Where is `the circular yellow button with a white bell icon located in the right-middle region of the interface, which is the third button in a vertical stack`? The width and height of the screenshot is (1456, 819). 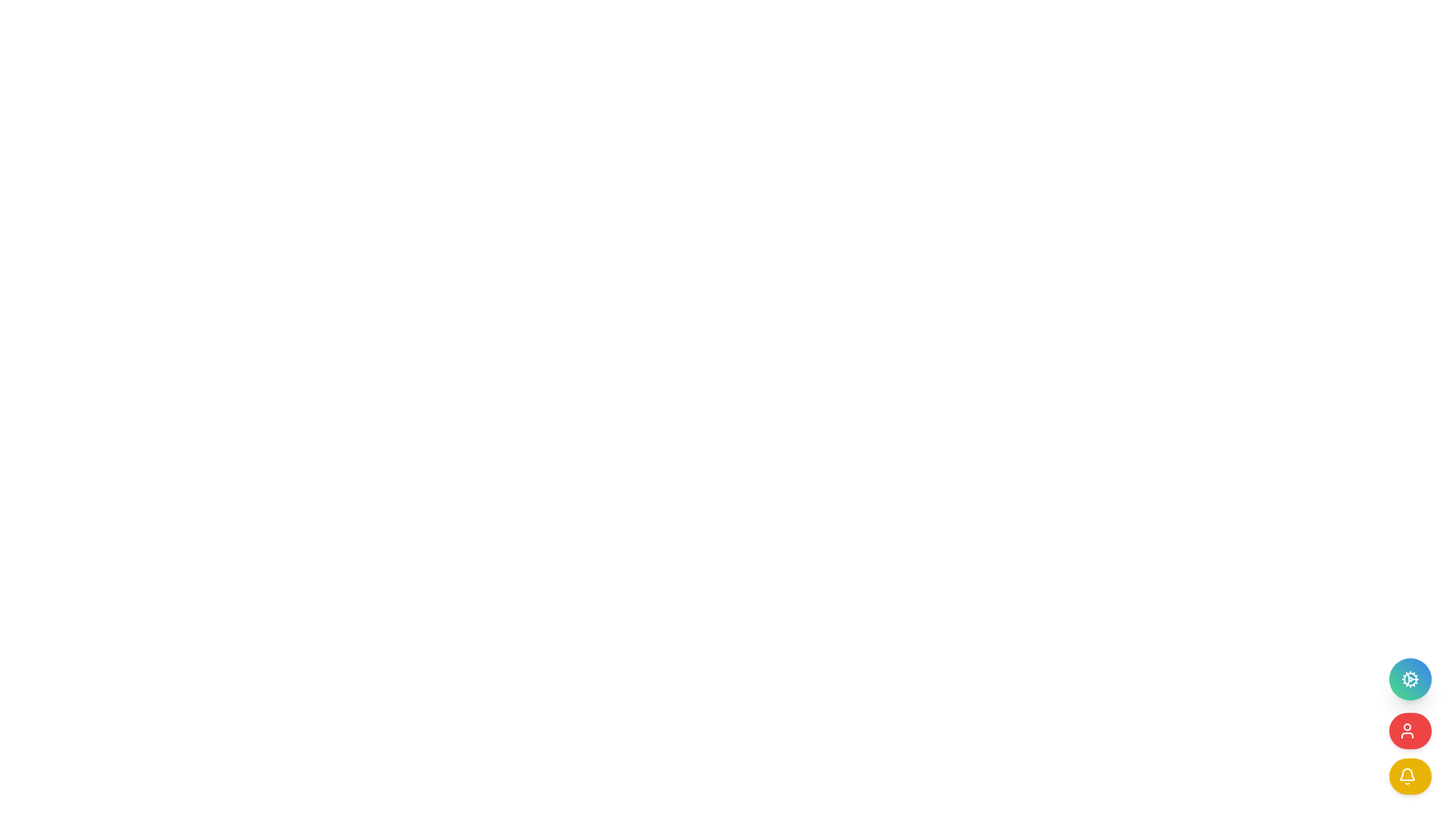
the circular yellow button with a white bell icon located in the right-middle region of the interface, which is the third button in a vertical stack is located at coordinates (1410, 776).